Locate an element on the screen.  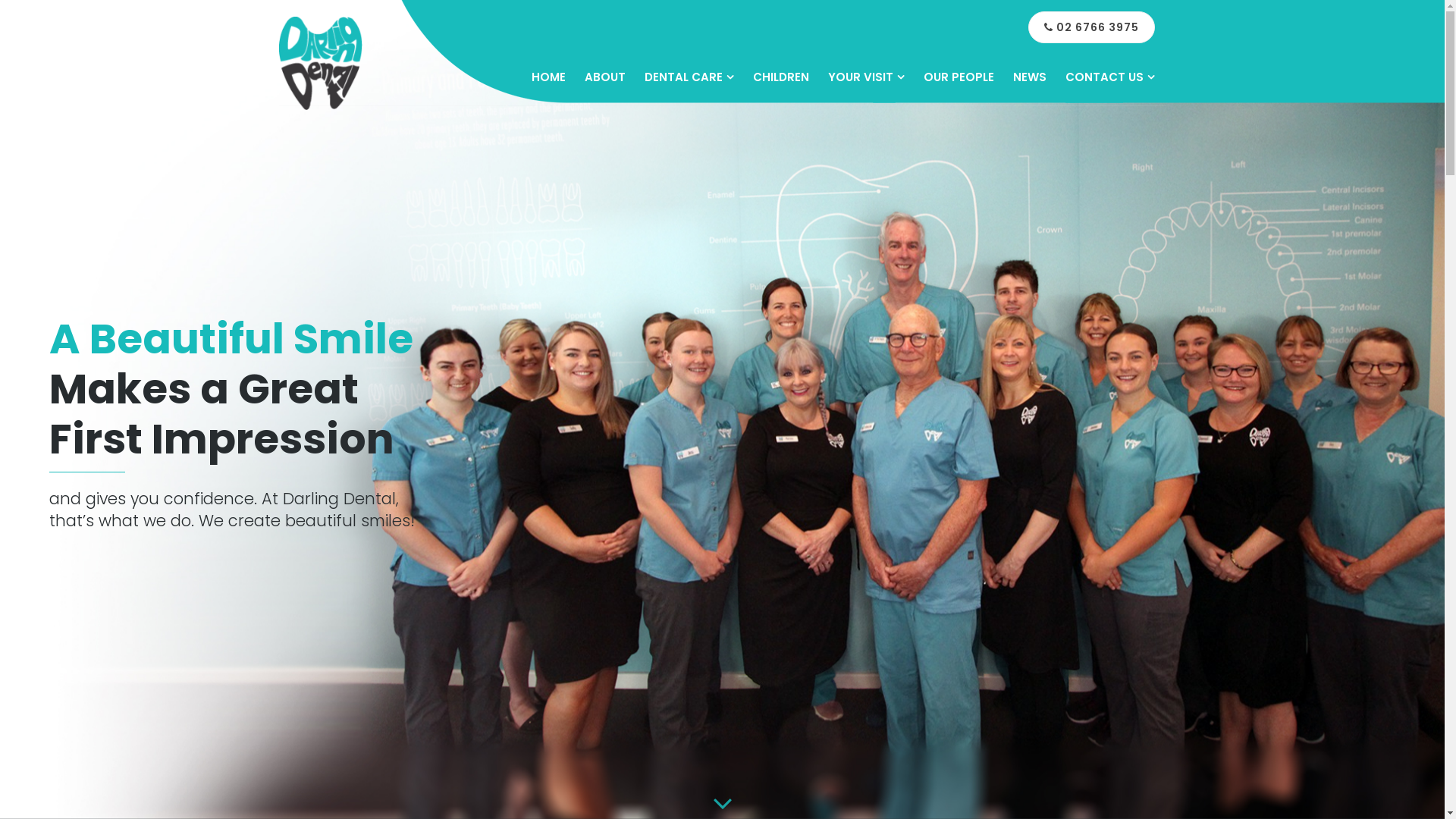
'DENTAL CARE' is located at coordinates (644, 77).